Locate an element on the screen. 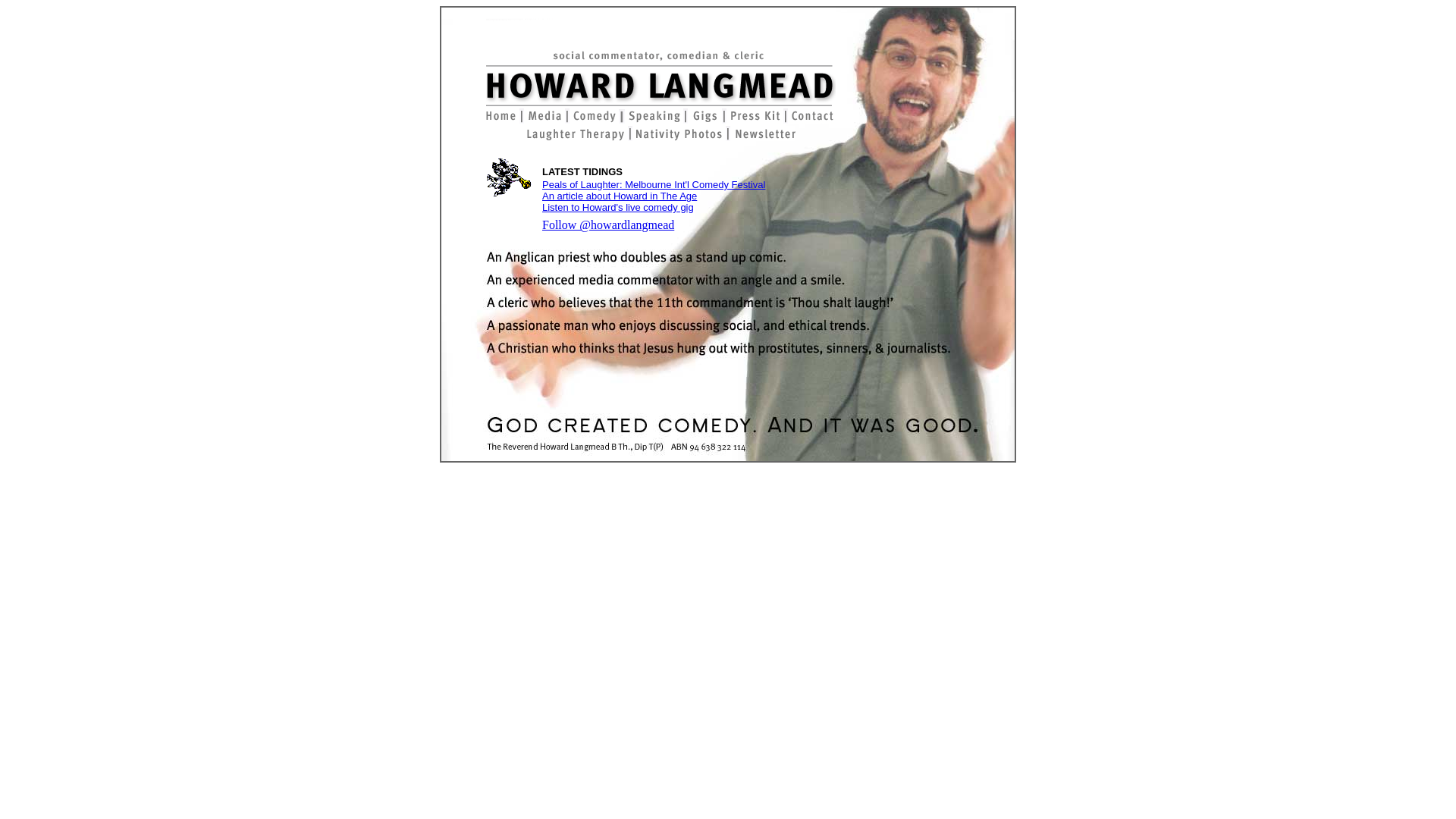  'An article about Howard in The Age' is located at coordinates (619, 195).